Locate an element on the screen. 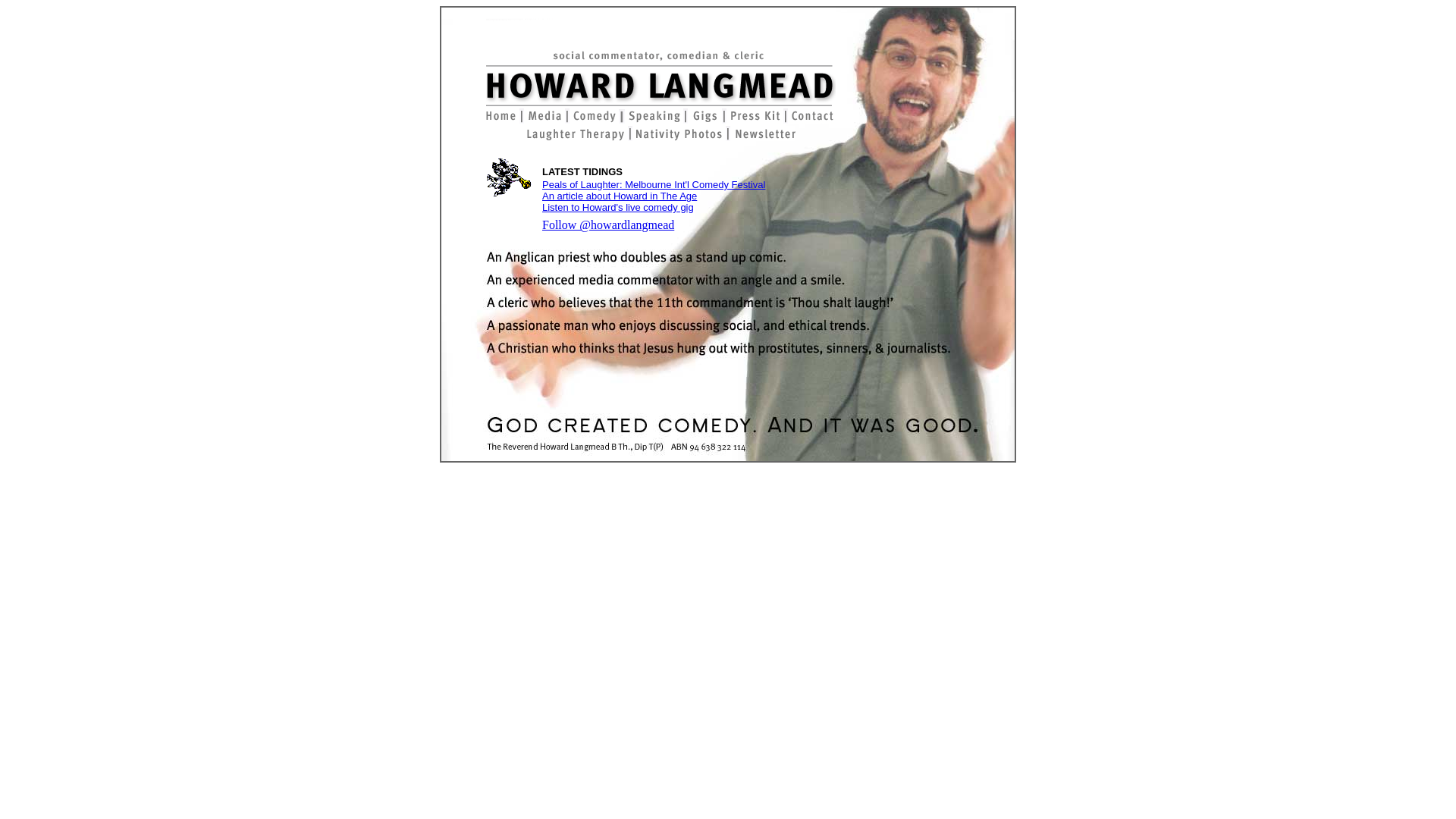  'An article about Howard in The Age' is located at coordinates (619, 195).